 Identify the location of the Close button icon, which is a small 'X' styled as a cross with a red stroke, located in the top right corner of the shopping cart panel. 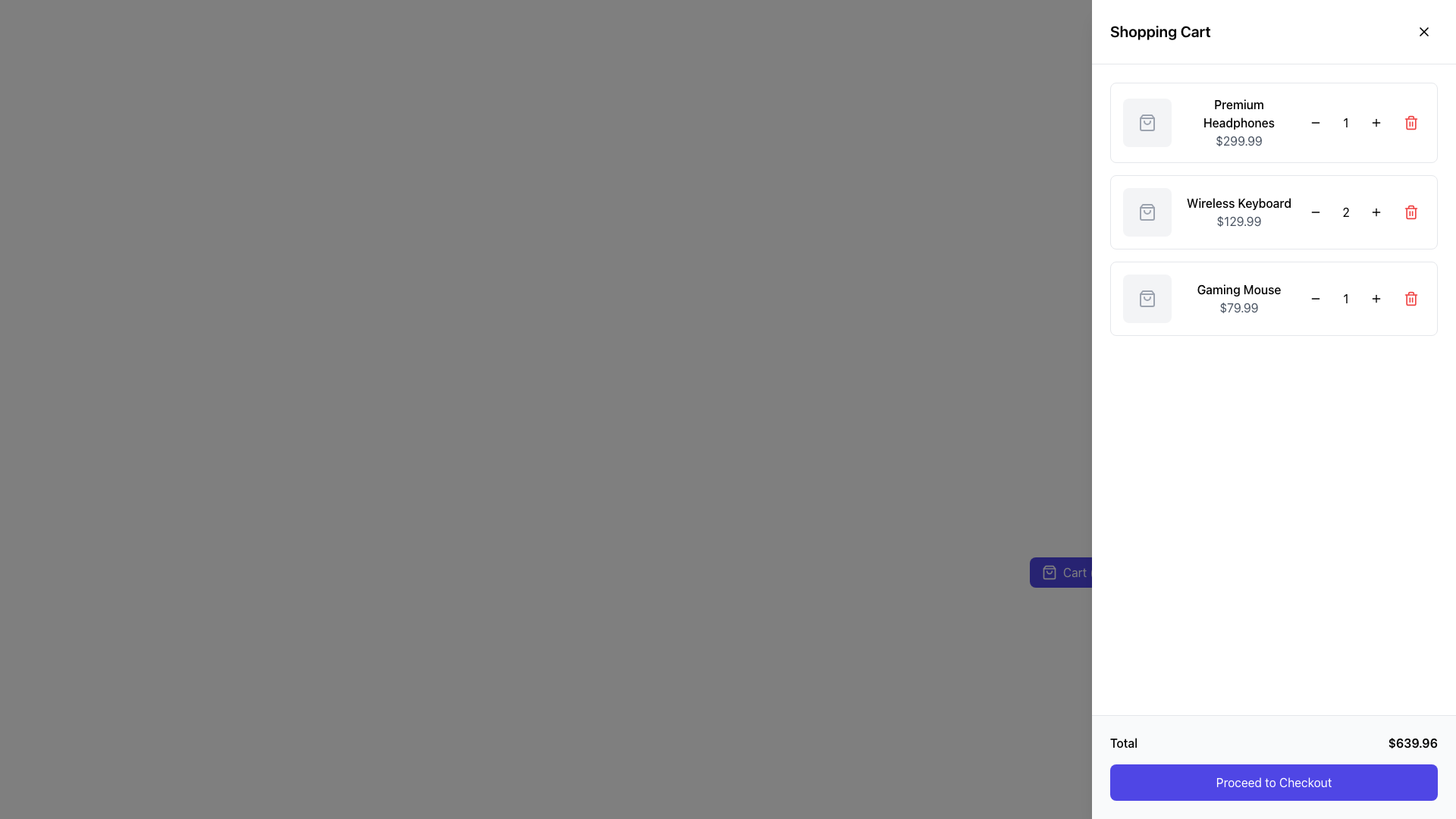
(1423, 32).